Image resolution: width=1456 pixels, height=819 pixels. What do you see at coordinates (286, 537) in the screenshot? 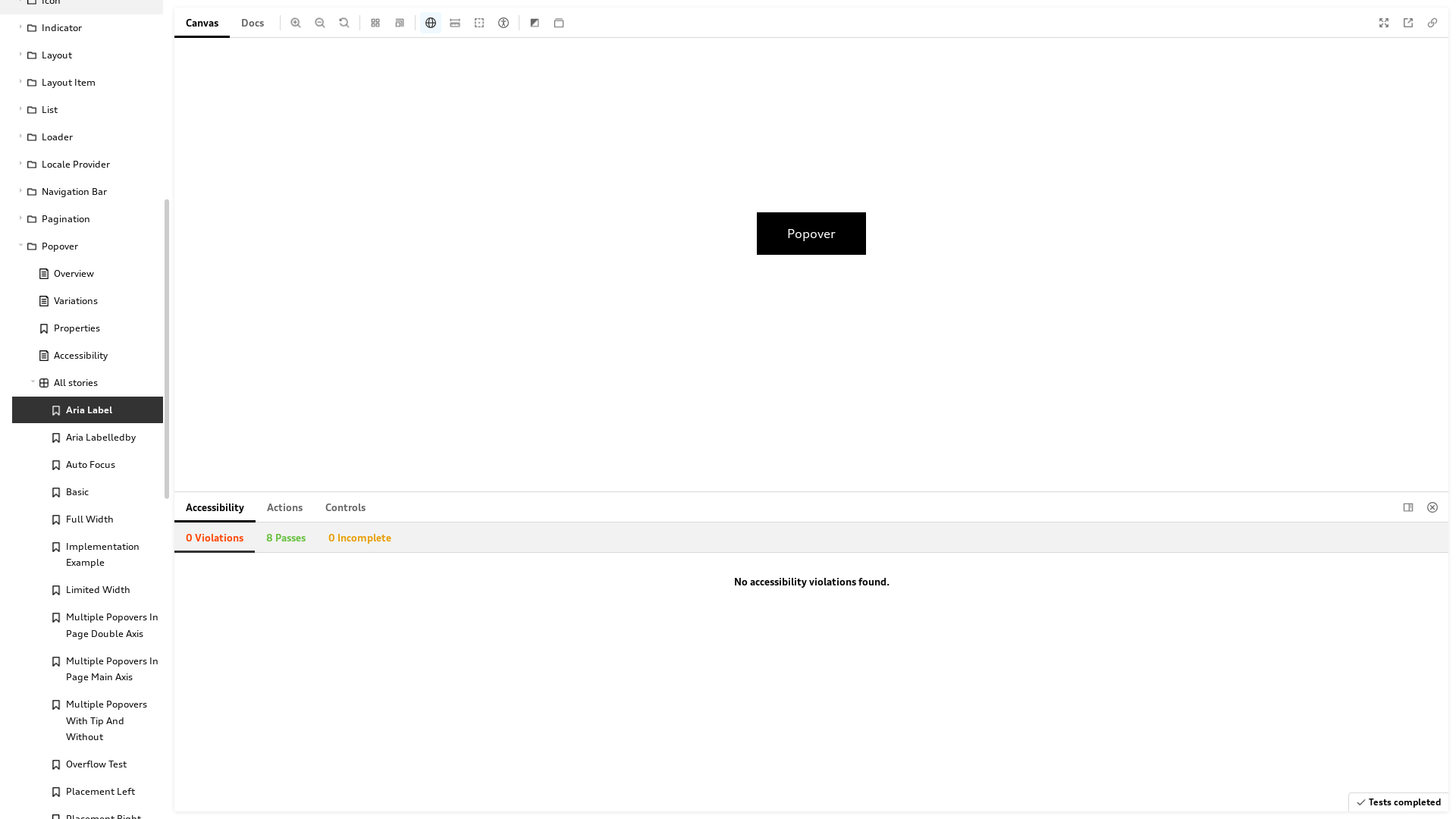
I see `'8 Passes'` at bounding box center [286, 537].